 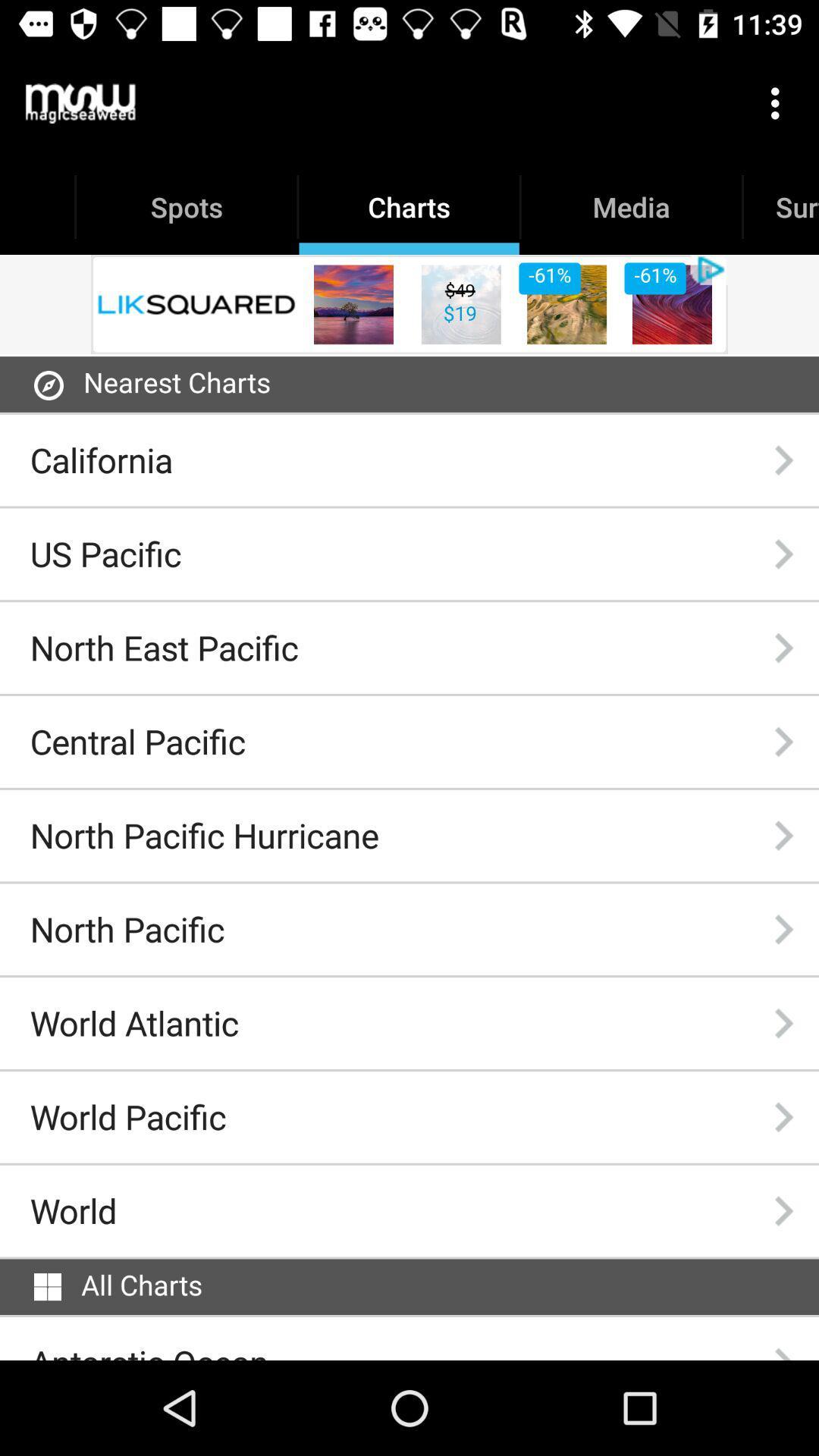 What do you see at coordinates (783, 553) in the screenshot?
I see `the icon to the right of us pacific` at bounding box center [783, 553].